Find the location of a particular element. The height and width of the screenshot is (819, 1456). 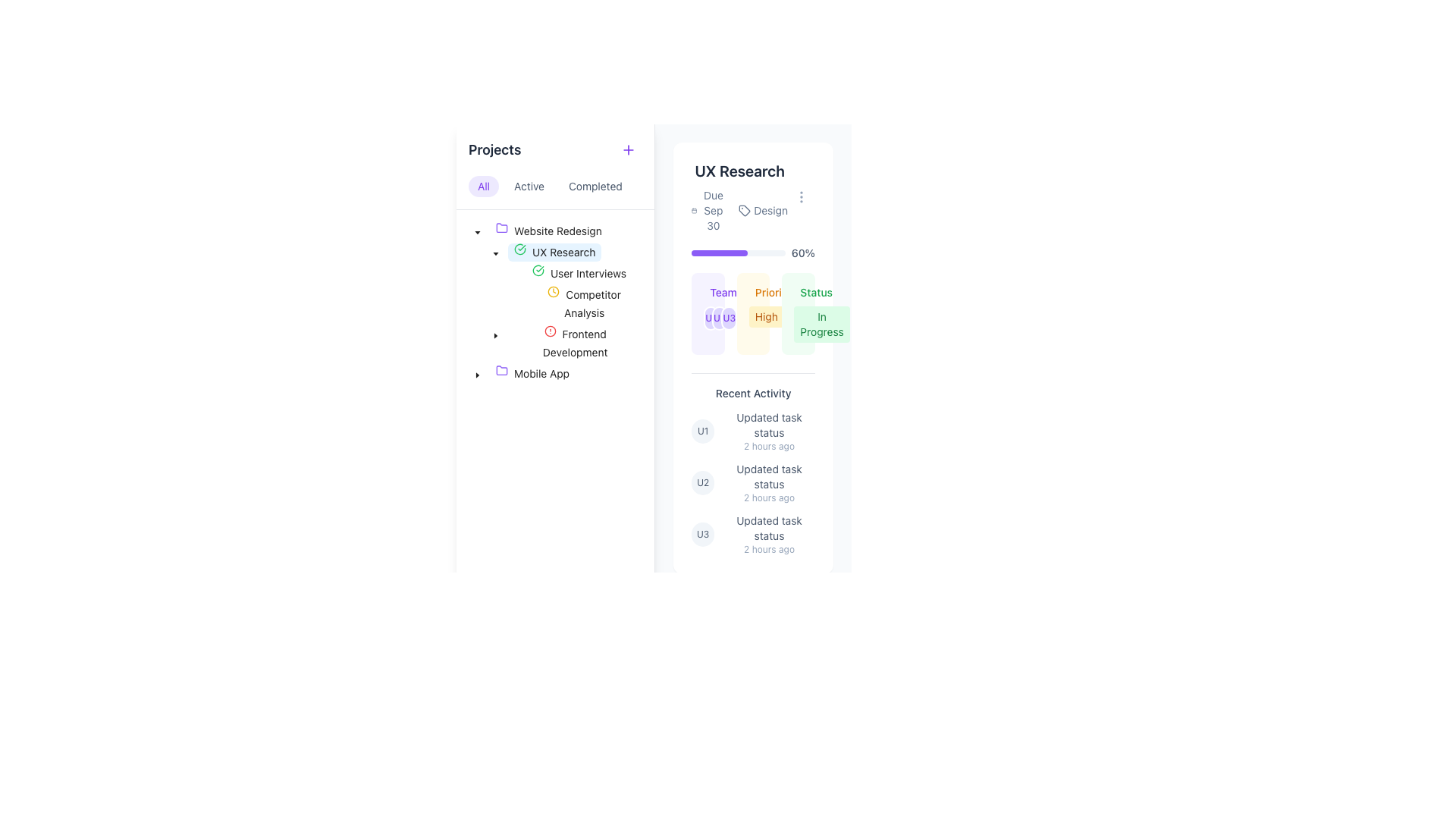

the 'Design' label with an accompanying tag icon located in the 'UX Research' section, positioned below 'Due Sep 30' is located at coordinates (763, 210).